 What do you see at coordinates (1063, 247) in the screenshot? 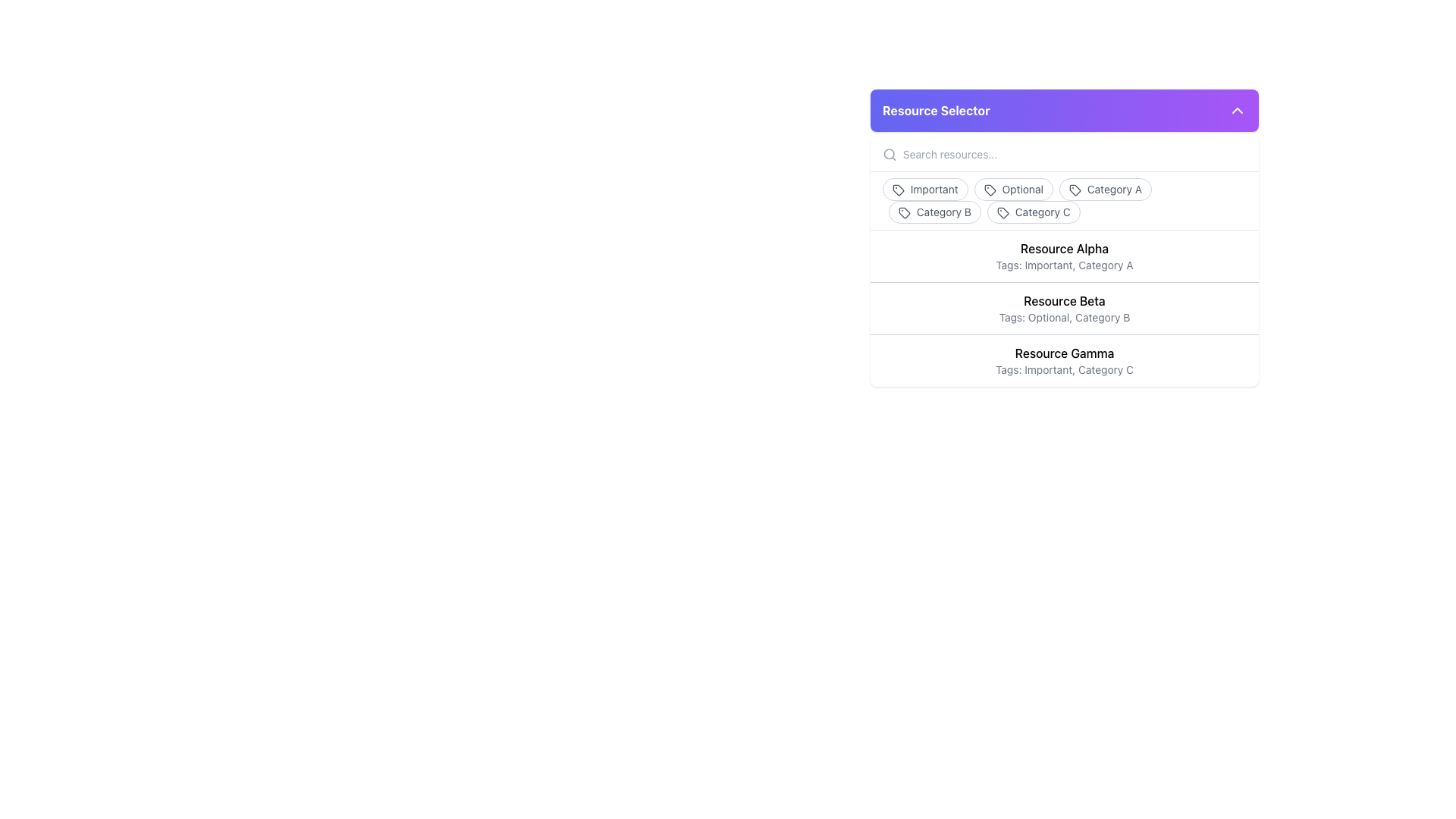
I see `the Text Label displaying 'Resource Alpha', which is located in the first entry of the 'Resource Selector' list, centered above the description of tags` at bounding box center [1063, 247].